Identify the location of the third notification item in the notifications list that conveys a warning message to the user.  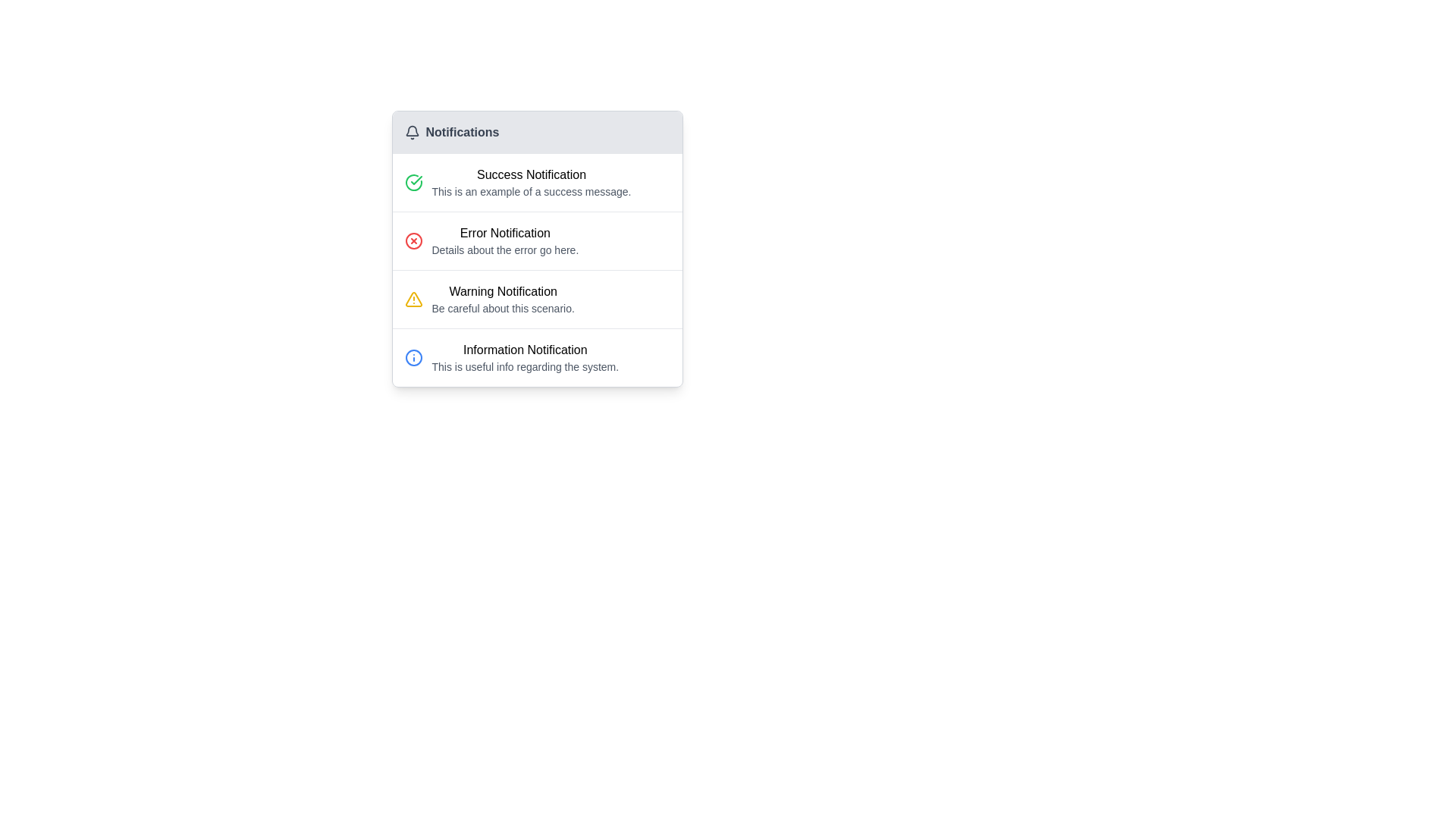
(503, 299).